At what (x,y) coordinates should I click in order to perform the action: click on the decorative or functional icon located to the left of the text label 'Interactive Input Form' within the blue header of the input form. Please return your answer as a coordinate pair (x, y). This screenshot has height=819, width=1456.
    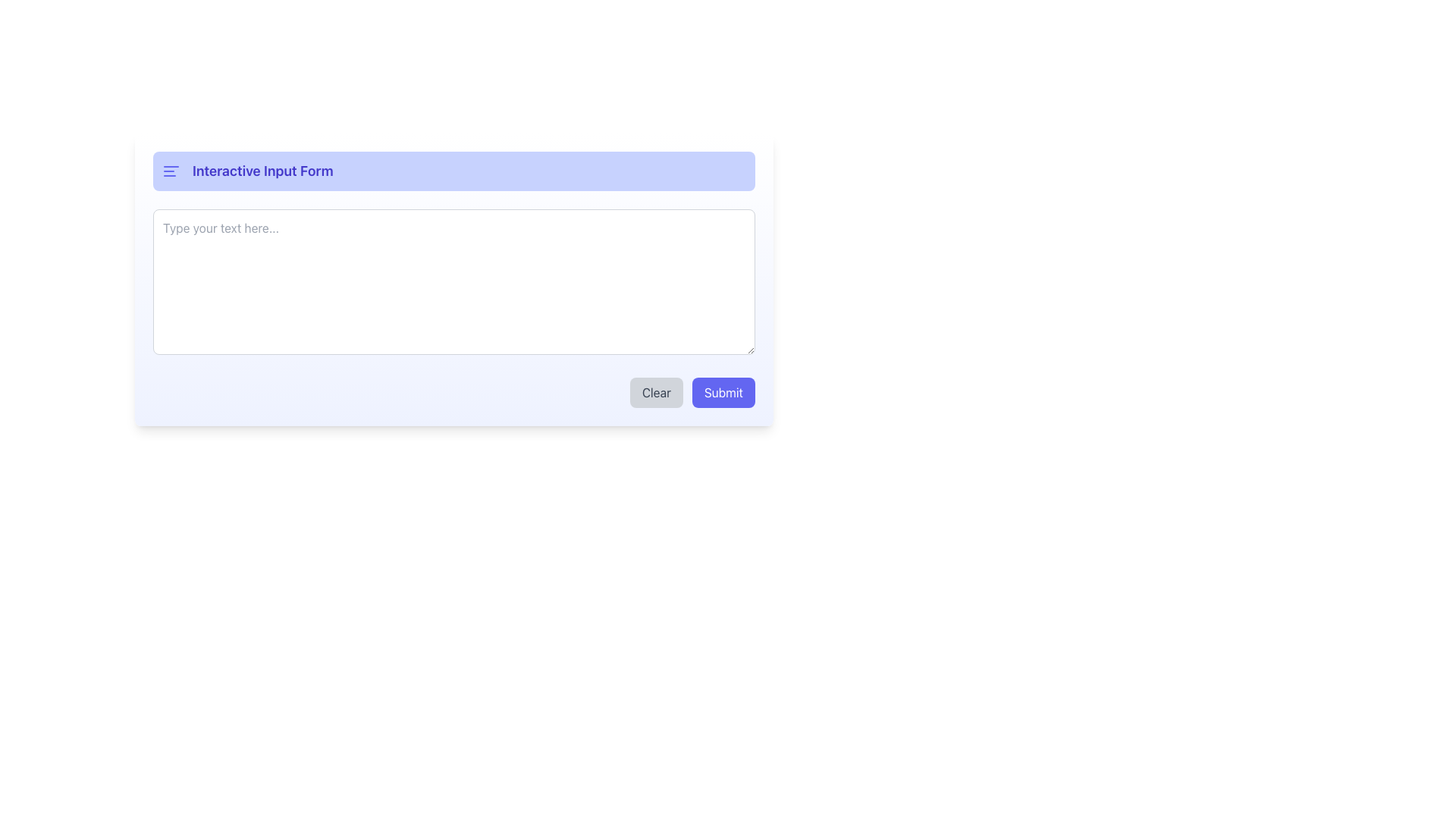
    Looking at the image, I should click on (171, 171).